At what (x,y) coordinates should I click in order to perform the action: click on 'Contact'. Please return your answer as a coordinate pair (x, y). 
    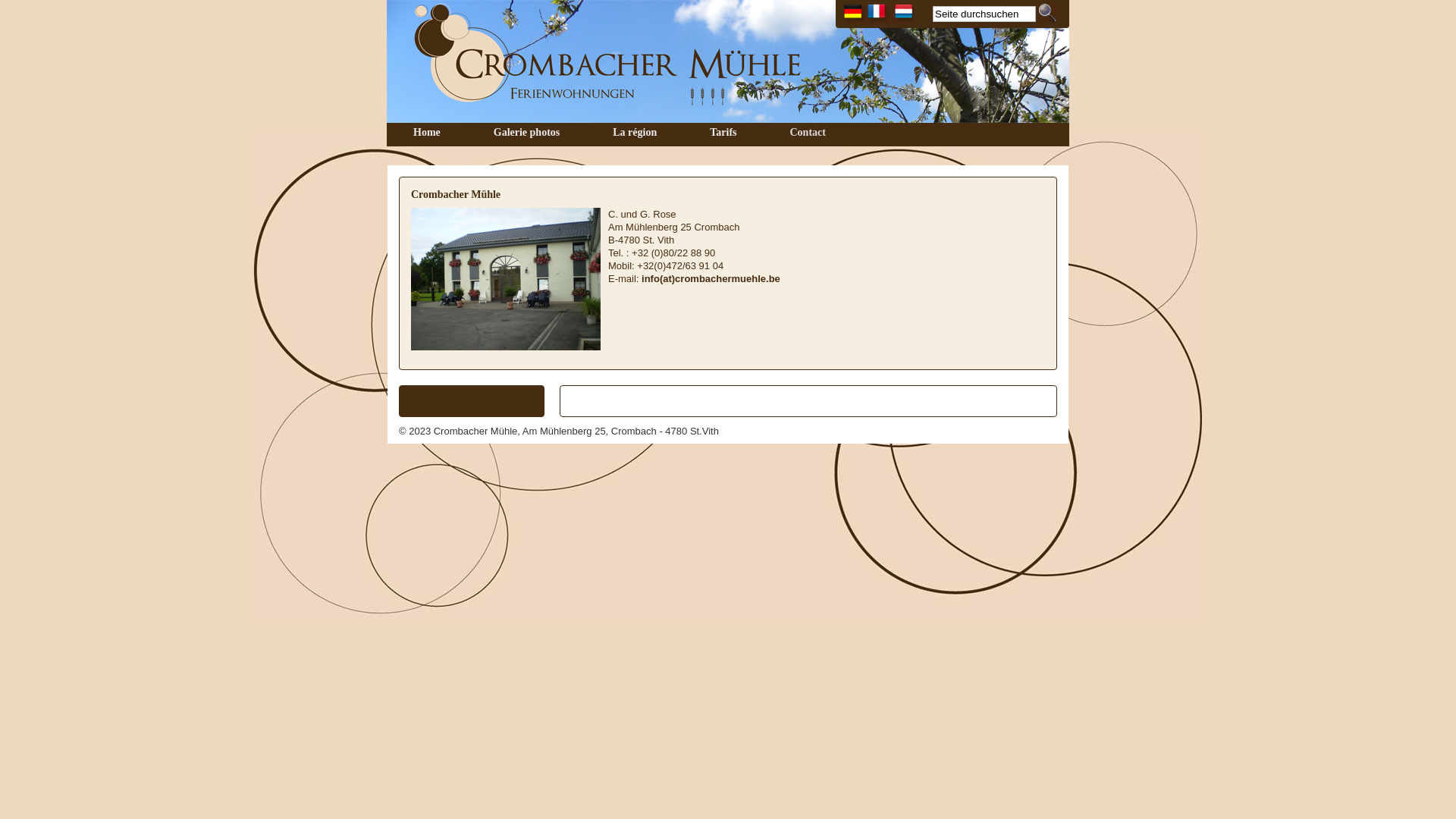
    Looking at the image, I should click on (763, 132).